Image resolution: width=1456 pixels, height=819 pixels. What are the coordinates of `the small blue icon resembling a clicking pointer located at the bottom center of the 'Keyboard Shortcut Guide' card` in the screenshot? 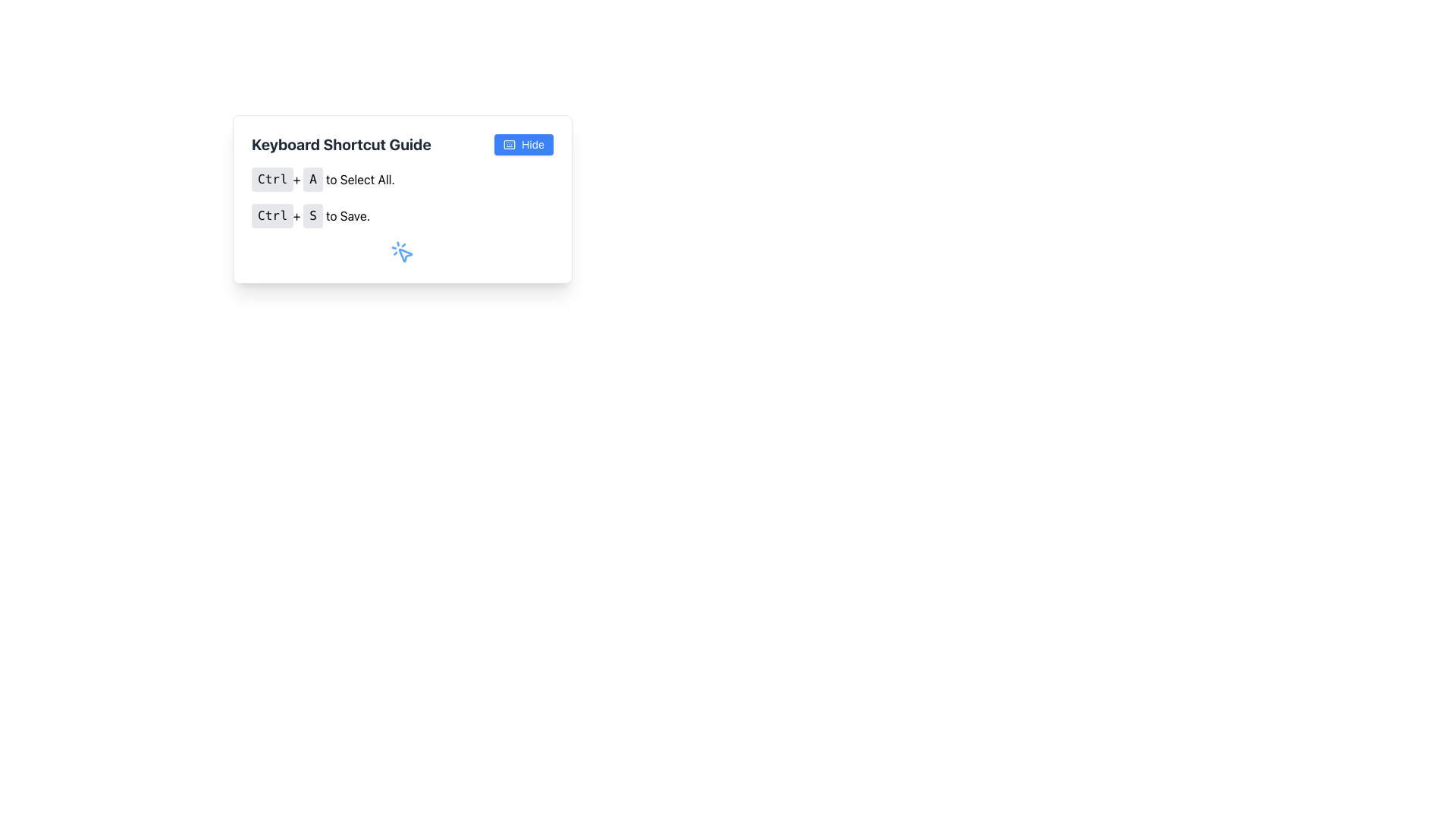 It's located at (403, 251).